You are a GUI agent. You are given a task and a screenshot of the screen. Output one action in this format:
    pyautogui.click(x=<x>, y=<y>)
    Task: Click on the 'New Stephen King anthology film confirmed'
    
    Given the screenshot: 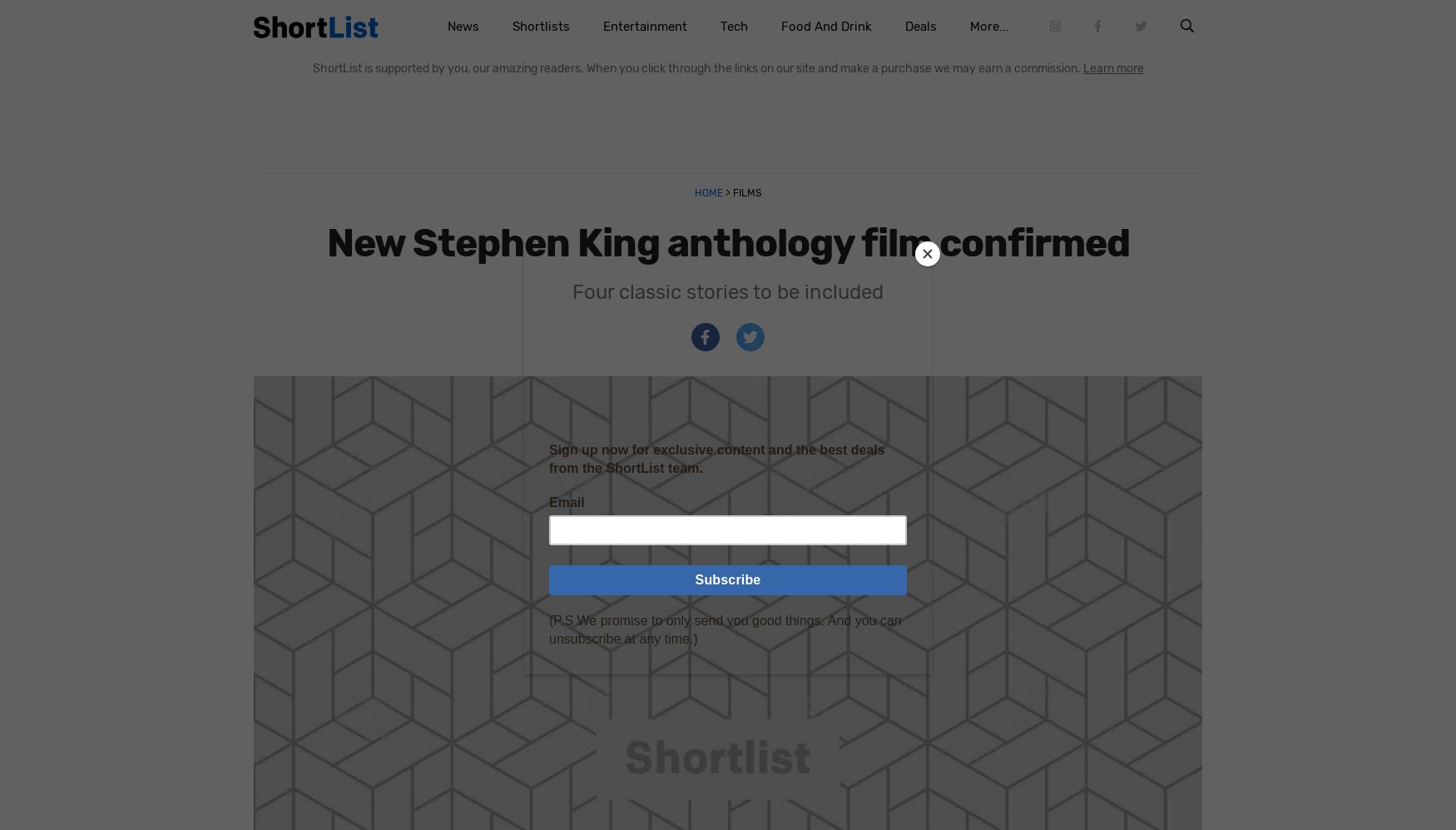 What is the action you would take?
    pyautogui.click(x=727, y=243)
    